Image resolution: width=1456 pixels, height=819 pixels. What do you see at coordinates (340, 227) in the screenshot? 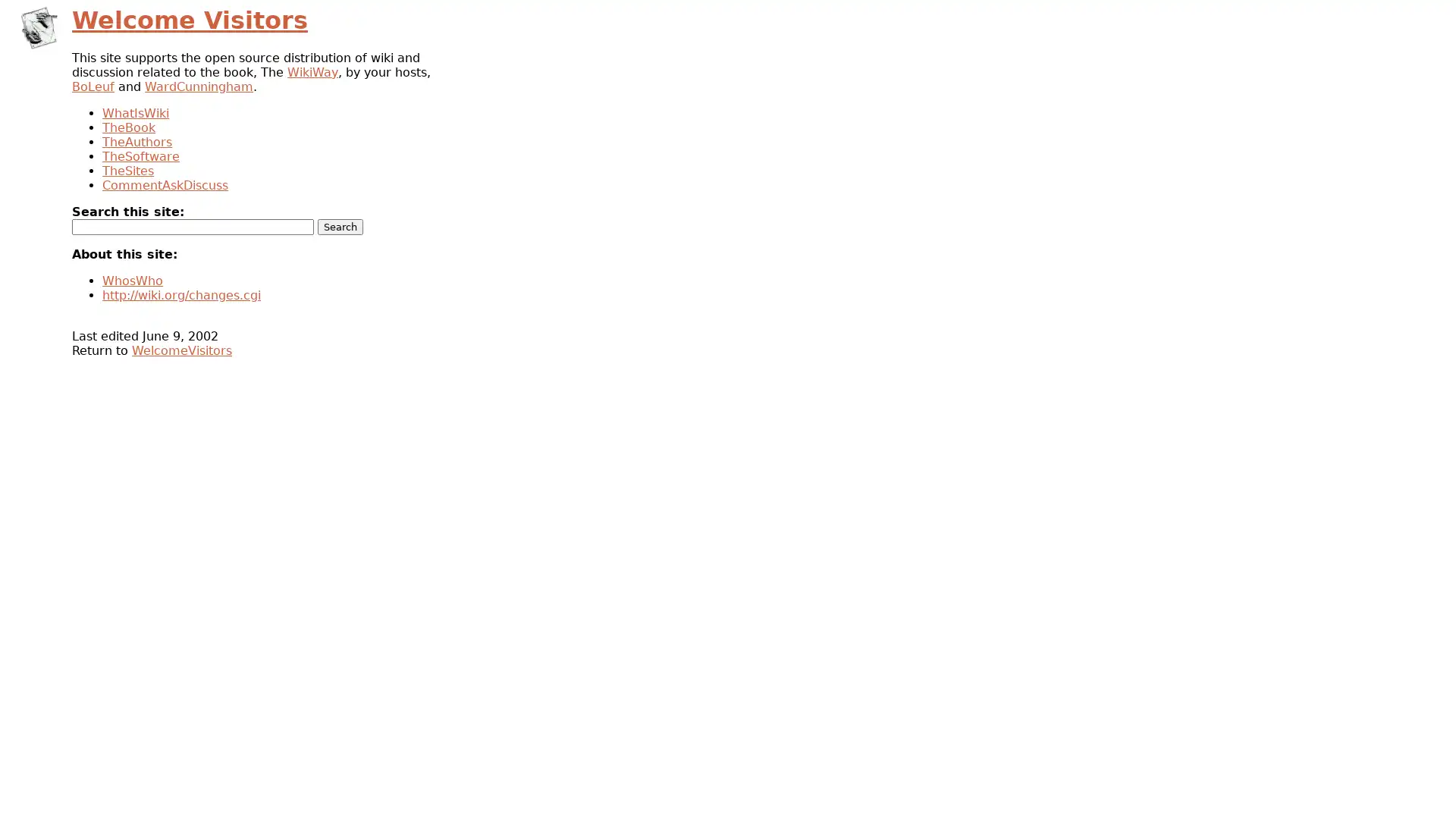
I see `Search` at bounding box center [340, 227].